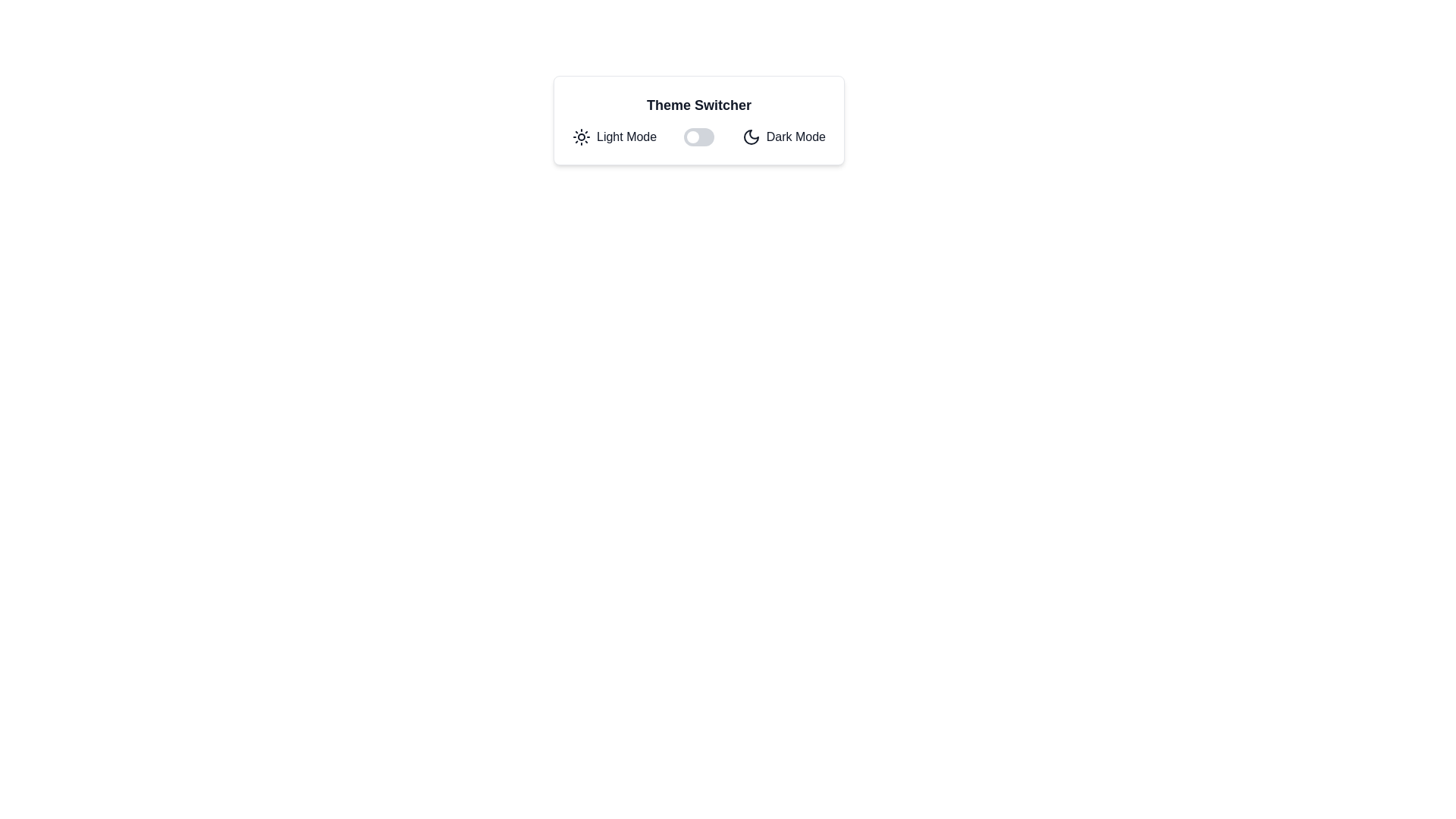 The image size is (1456, 819). I want to click on the 'Dark Mode' icon in the theme switcher, which is located to the right of the toggle switch and next to the label 'Dark Mode', so click(751, 137).